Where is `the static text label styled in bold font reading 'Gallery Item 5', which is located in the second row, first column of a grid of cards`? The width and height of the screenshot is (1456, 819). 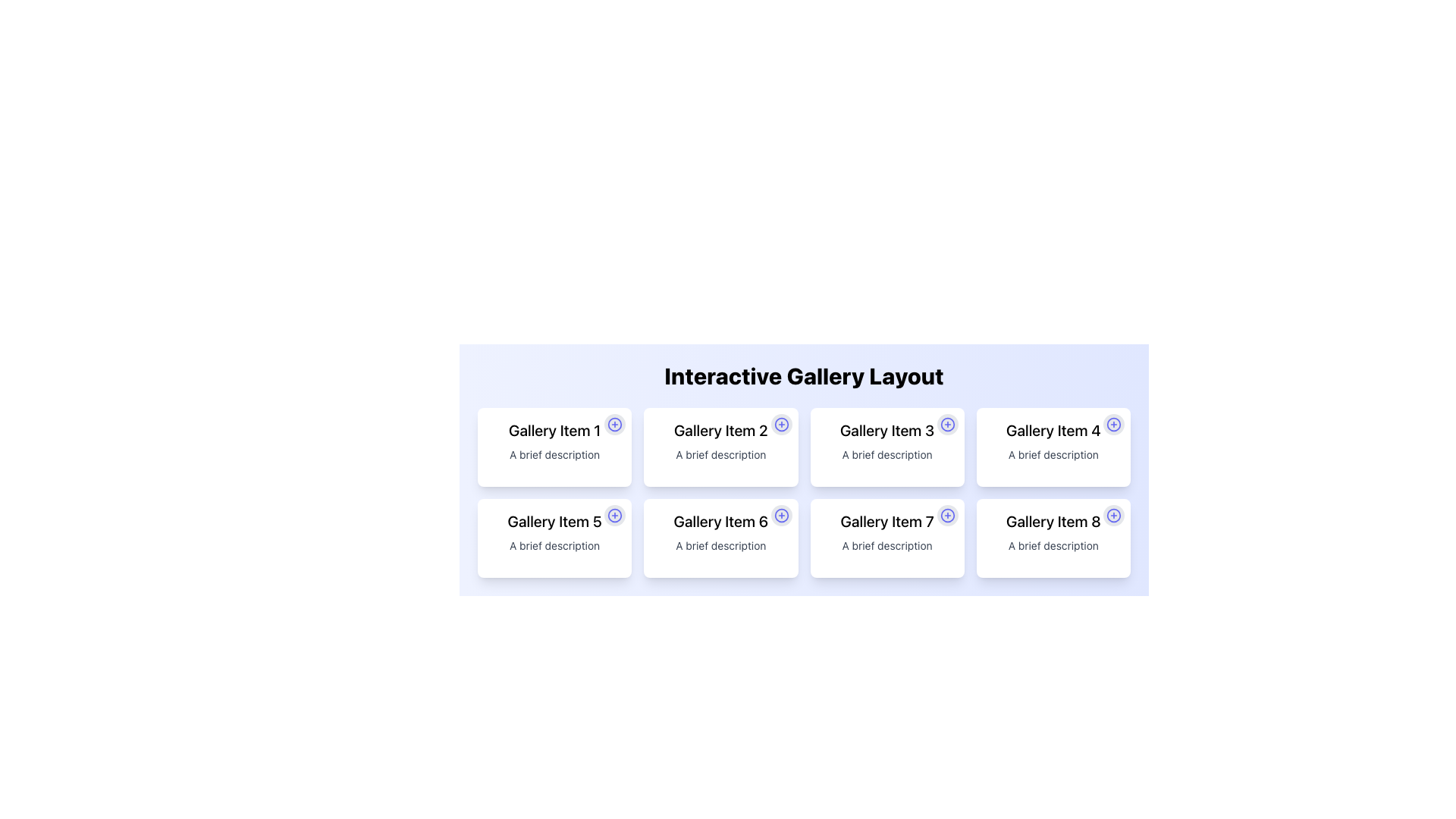
the static text label styled in bold font reading 'Gallery Item 5', which is located in the second row, first column of a grid of cards is located at coordinates (554, 520).